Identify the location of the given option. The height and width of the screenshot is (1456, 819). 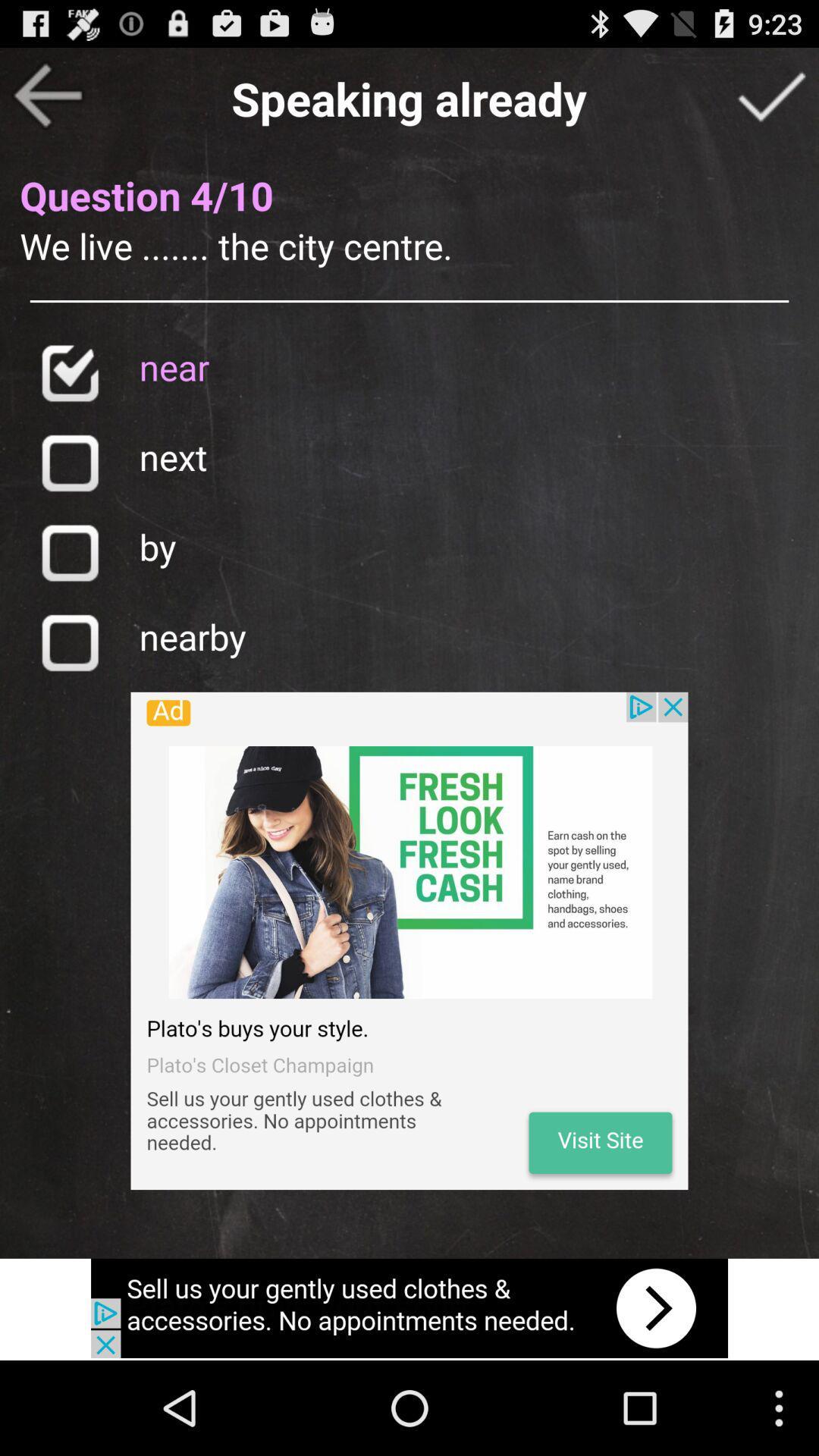
(69, 551).